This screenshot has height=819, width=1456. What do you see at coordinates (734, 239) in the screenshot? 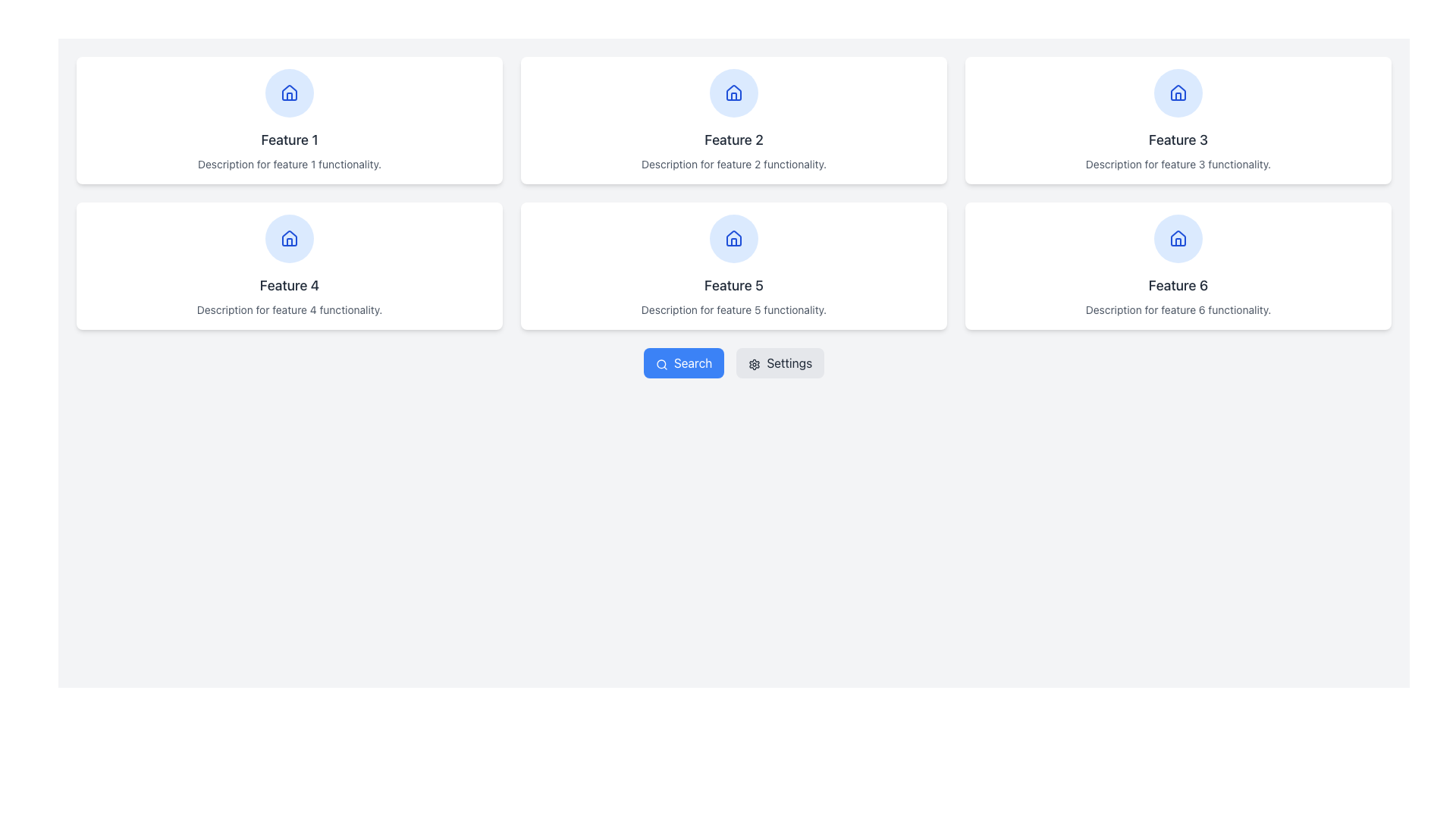
I see `the house-shaped icon with a blue stroke contained within a circular light-blue background, located in the 'Feature 5' section above the text 'Feature 5'` at bounding box center [734, 239].